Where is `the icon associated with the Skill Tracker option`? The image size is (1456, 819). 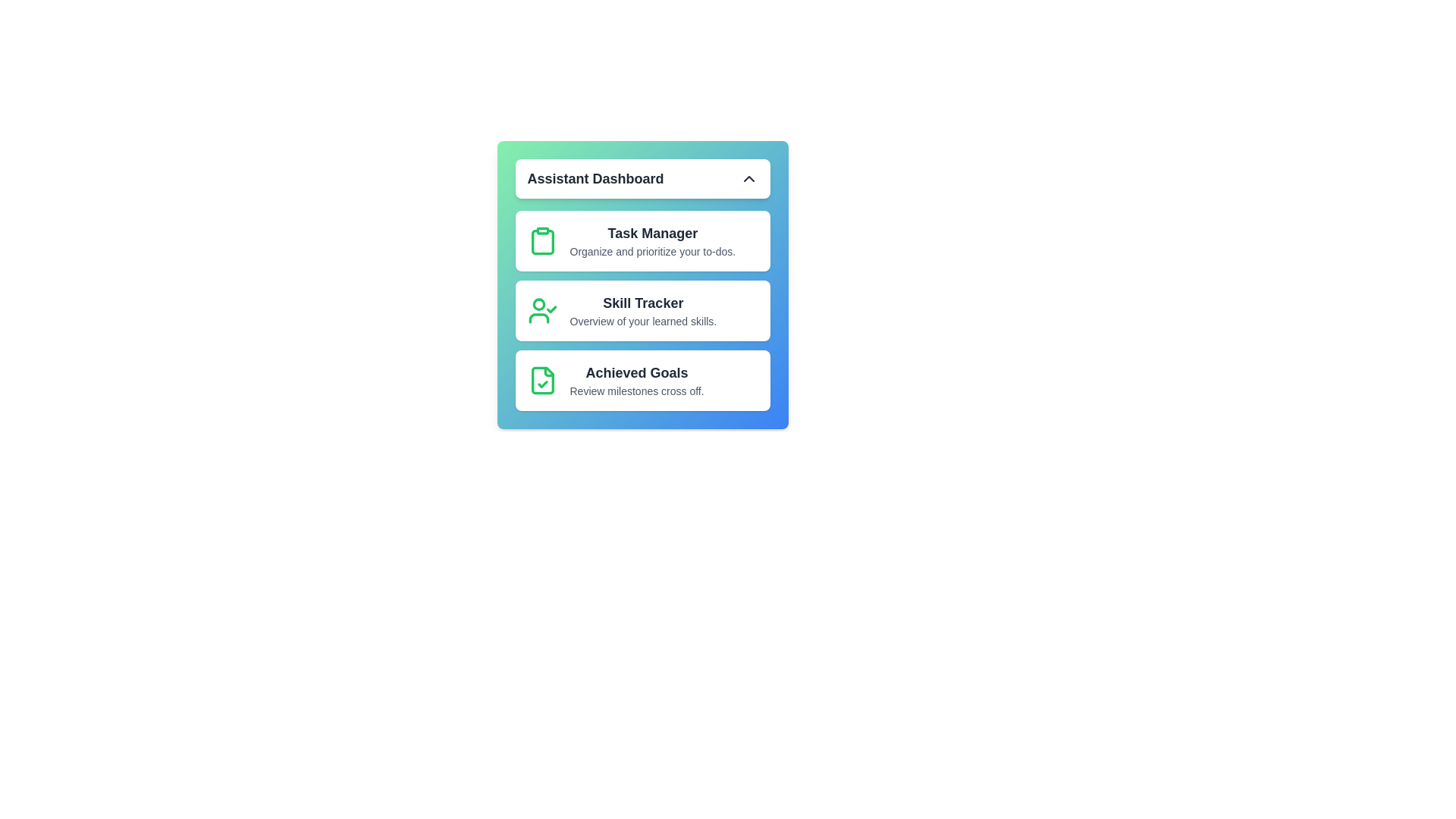 the icon associated with the Skill Tracker option is located at coordinates (542, 309).